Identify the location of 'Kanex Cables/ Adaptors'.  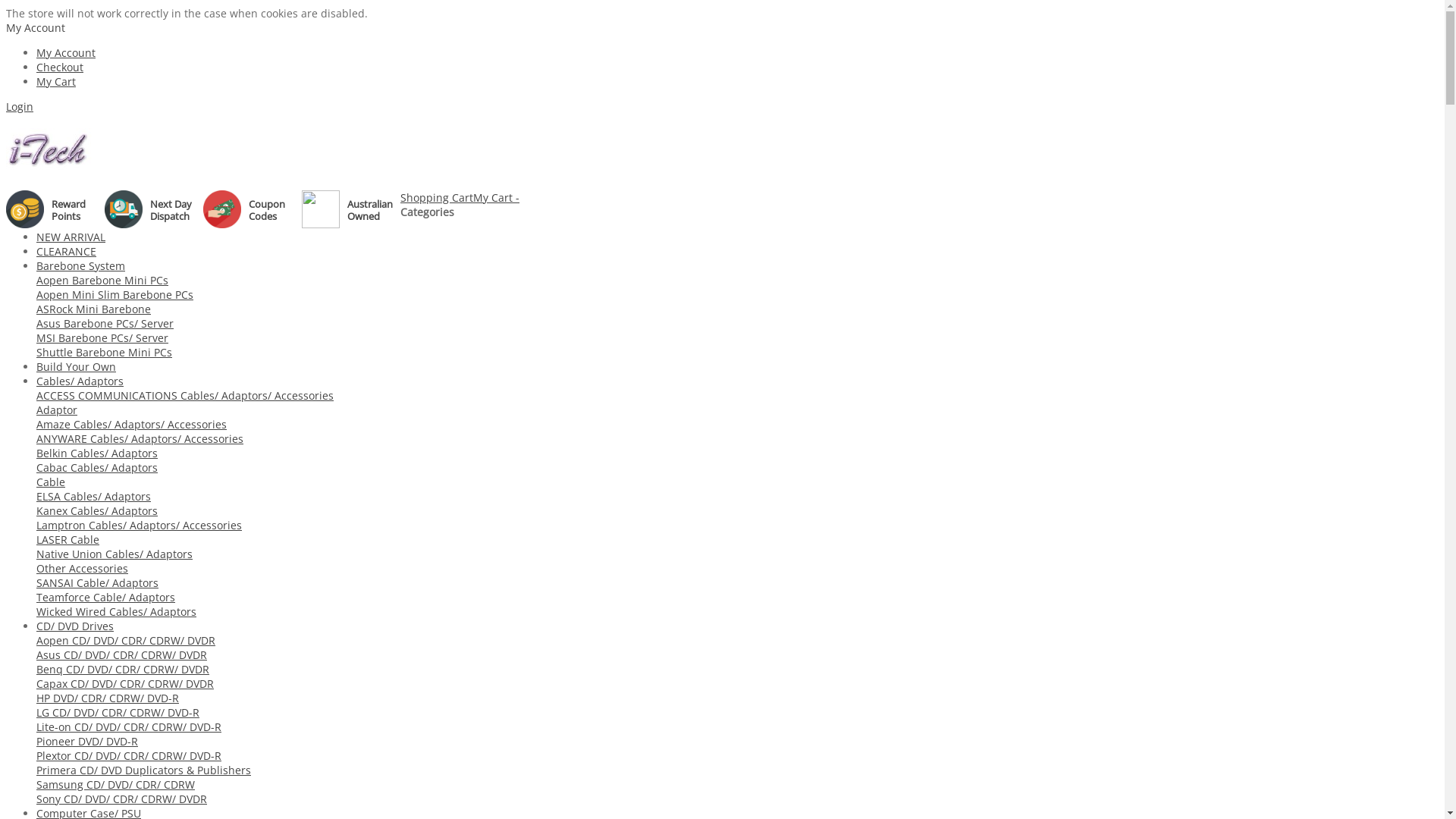
(96, 510).